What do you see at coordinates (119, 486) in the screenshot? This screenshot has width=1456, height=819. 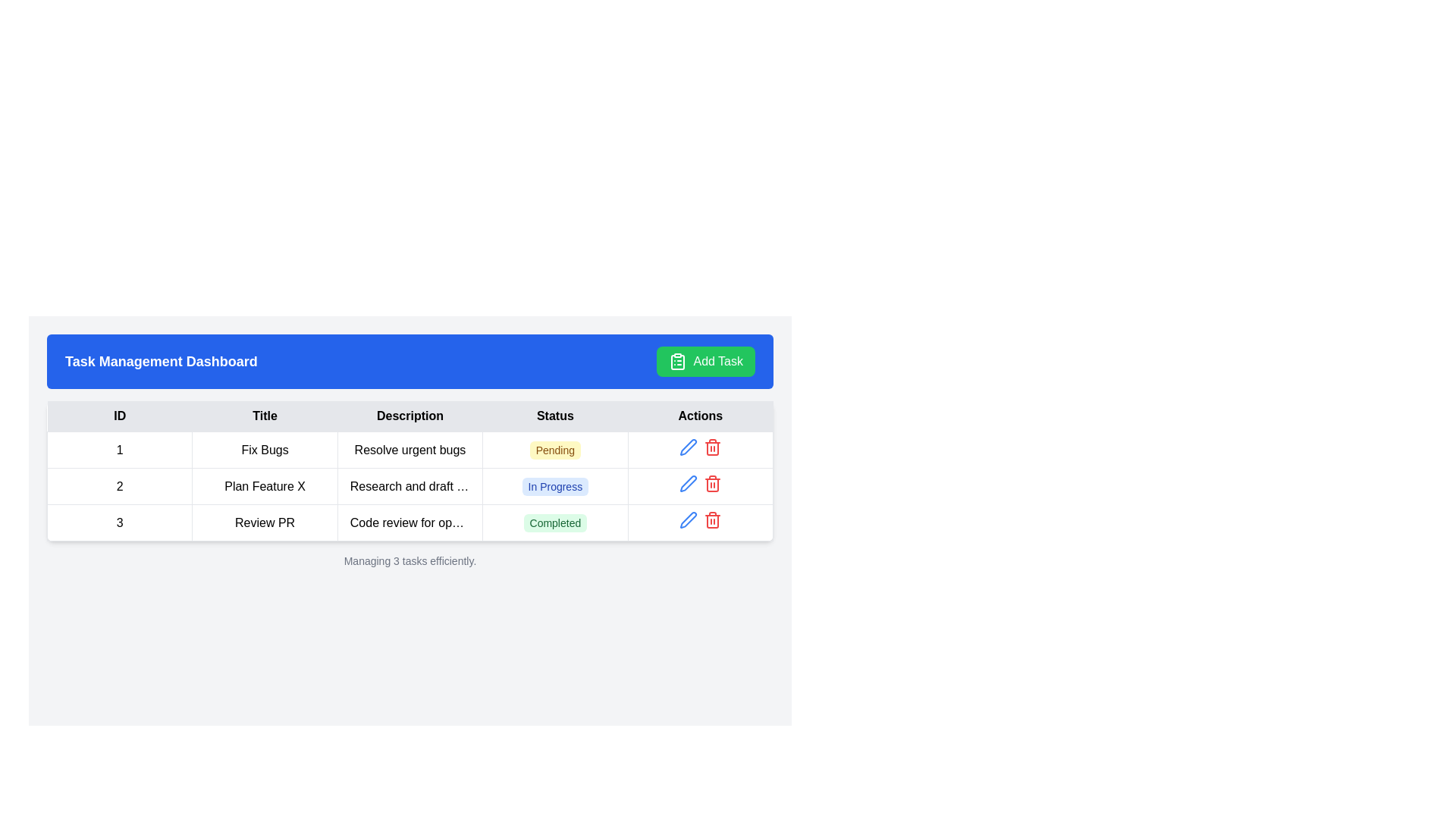 I see `the table cell displaying the numeral '2' in bold, centered font, located in the 'ID' column and second row, adjacent to 'Plan Feature X' in the 'Title' column` at bounding box center [119, 486].